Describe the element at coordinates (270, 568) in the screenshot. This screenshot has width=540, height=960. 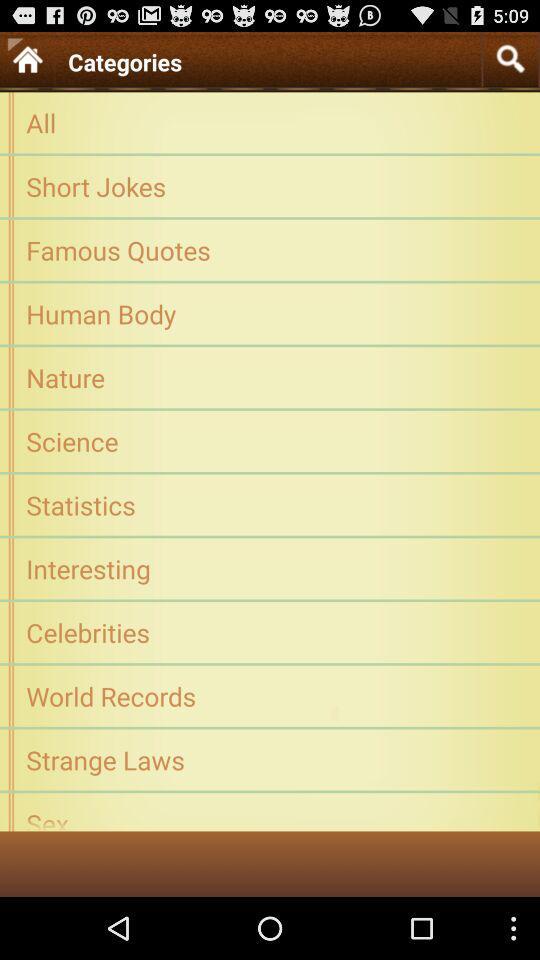
I see `interesting app` at that location.